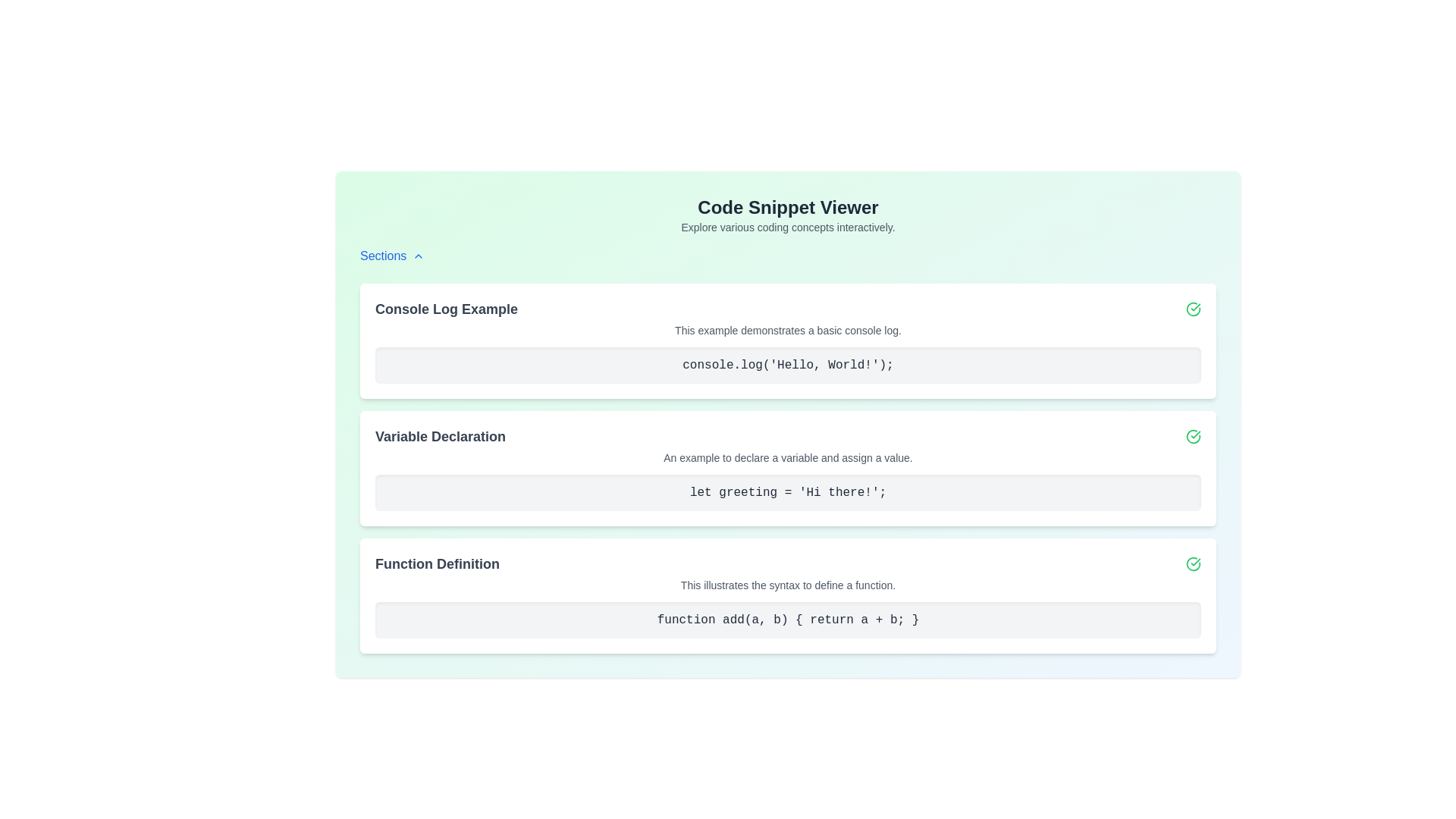 The image size is (1456, 819). I want to click on the positive status icon located on the right side of the 'Variable Declaration' section by clicking on it indirectly through associated components, so click(1193, 436).